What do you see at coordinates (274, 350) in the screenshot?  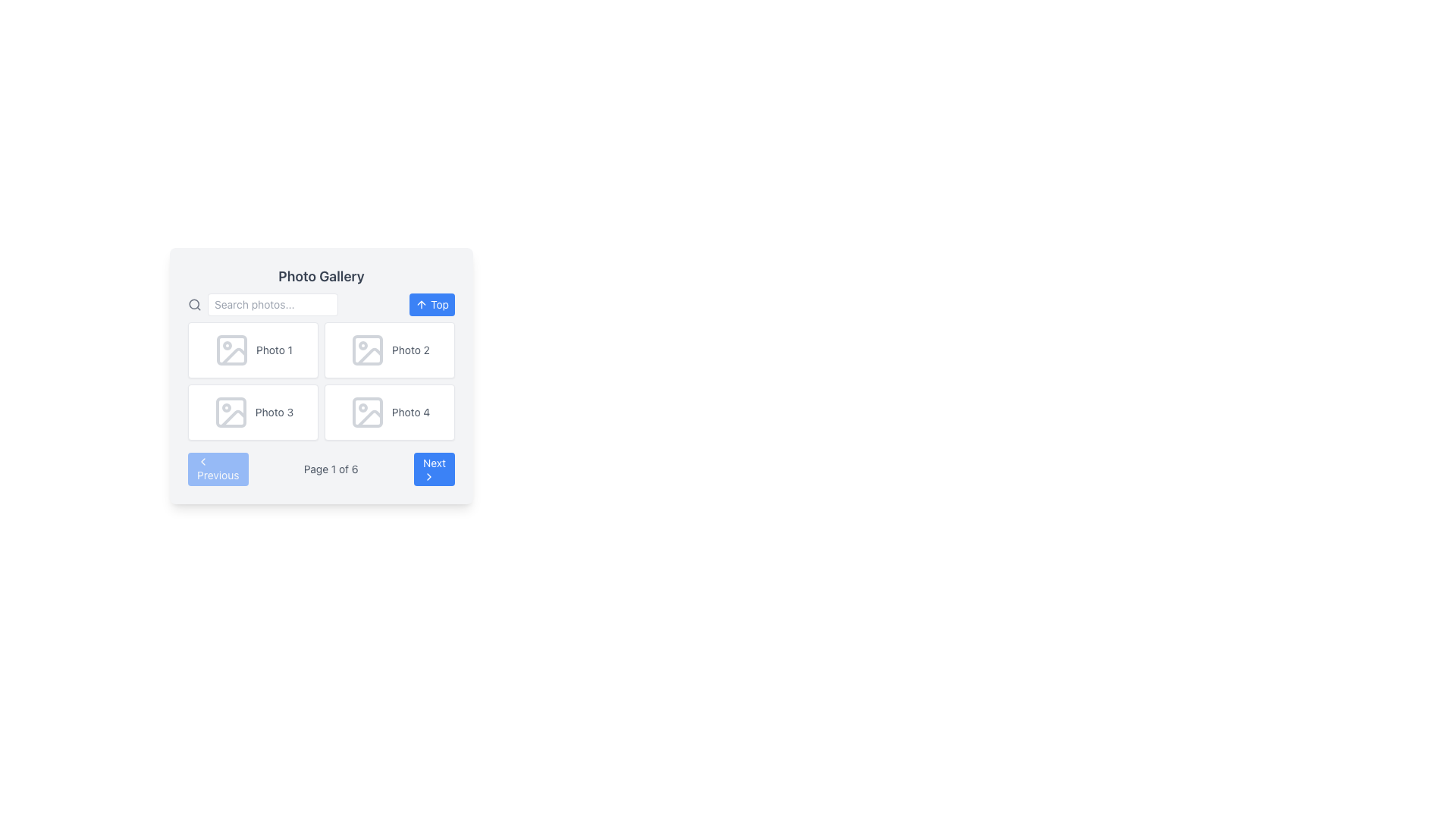 I see `text content of the static text label located in the top-left quadrant of the photo gallery panel, which serves as the title or label for an image` at bounding box center [274, 350].